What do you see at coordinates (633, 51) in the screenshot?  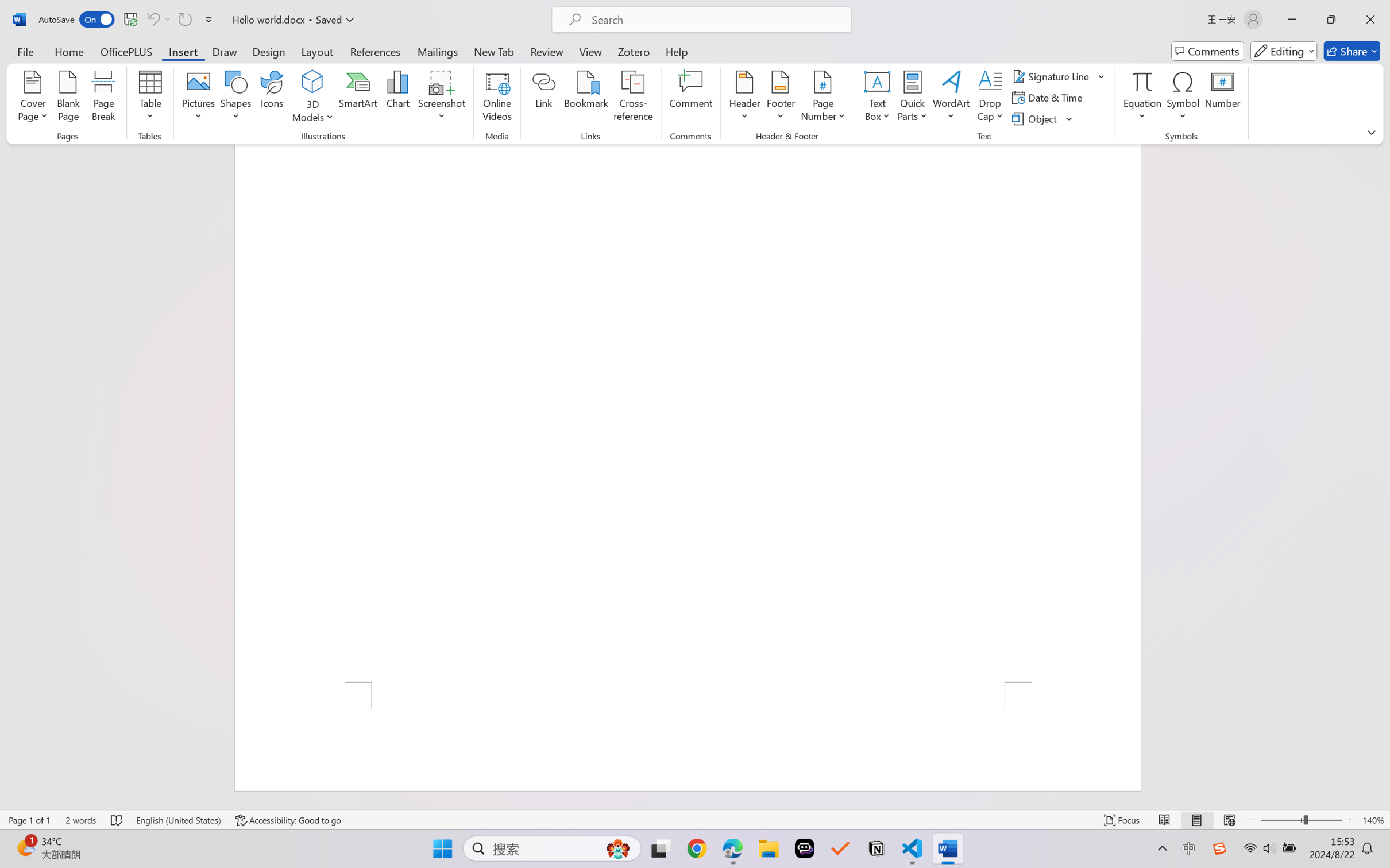 I see `'Zotero'` at bounding box center [633, 51].